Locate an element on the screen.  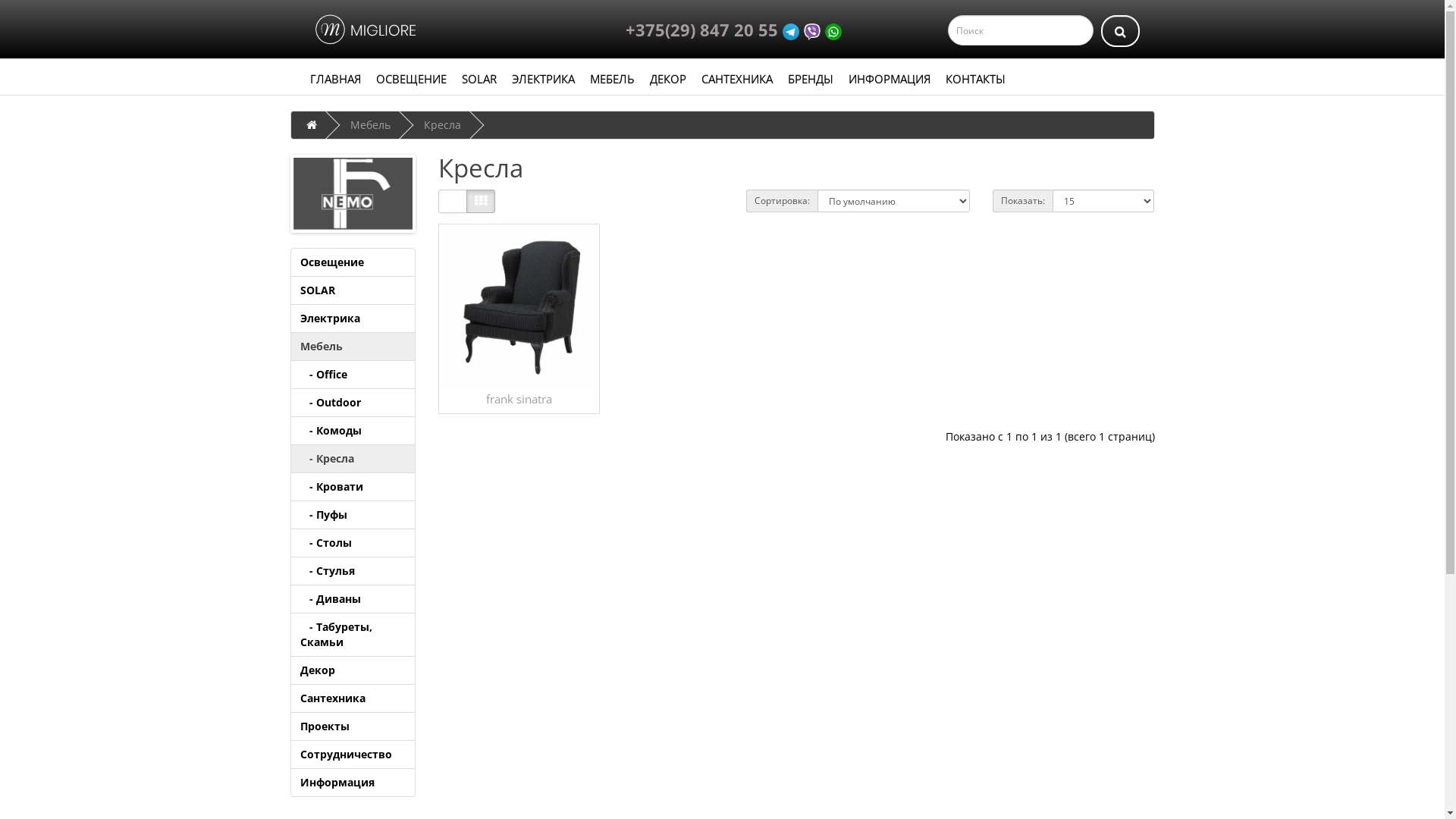
'SOLAR' is located at coordinates (477, 79).